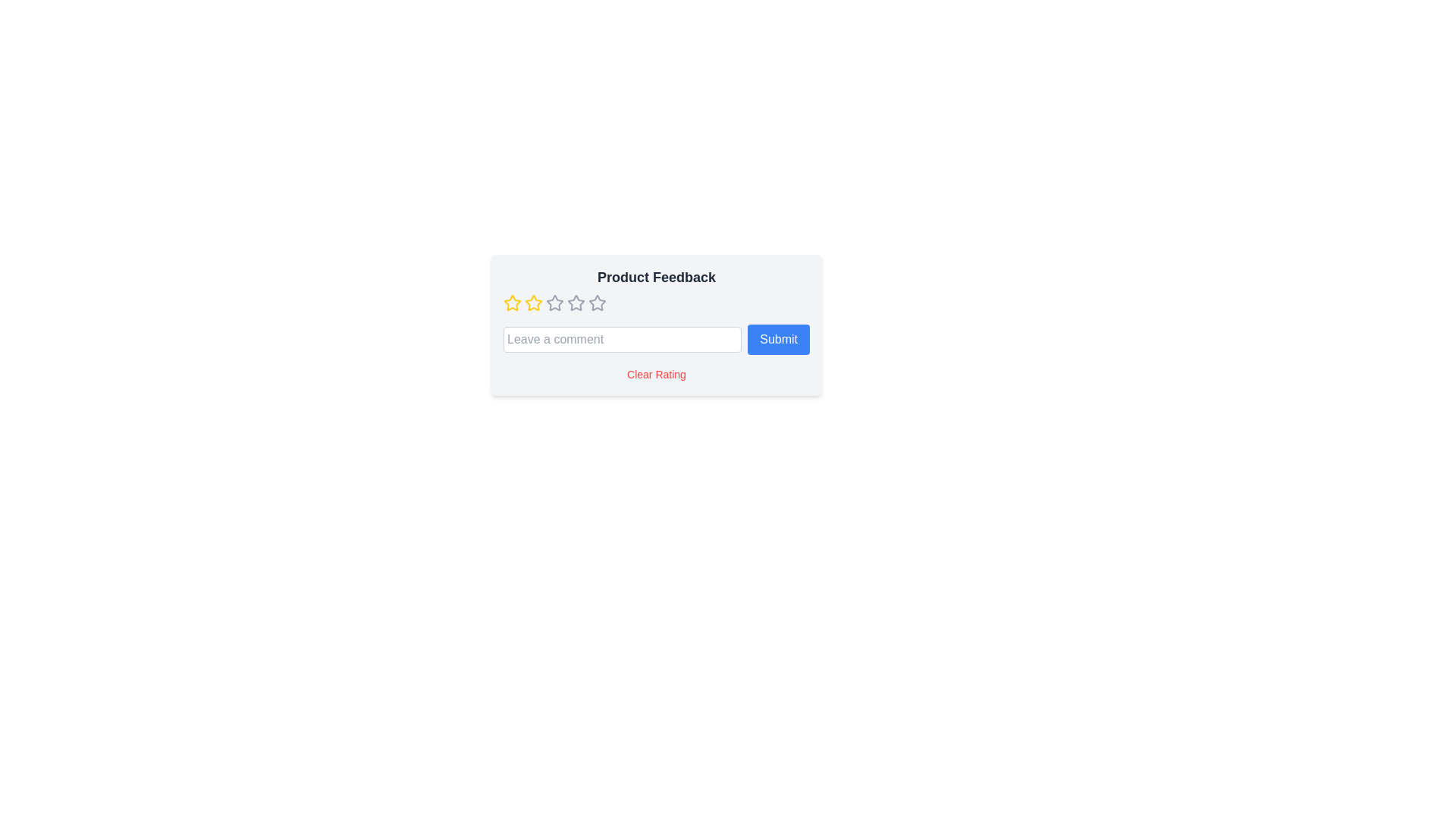 The height and width of the screenshot is (819, 1456). I want to click on the text field and type the comment 'This is a test comment', so click(622, 338).